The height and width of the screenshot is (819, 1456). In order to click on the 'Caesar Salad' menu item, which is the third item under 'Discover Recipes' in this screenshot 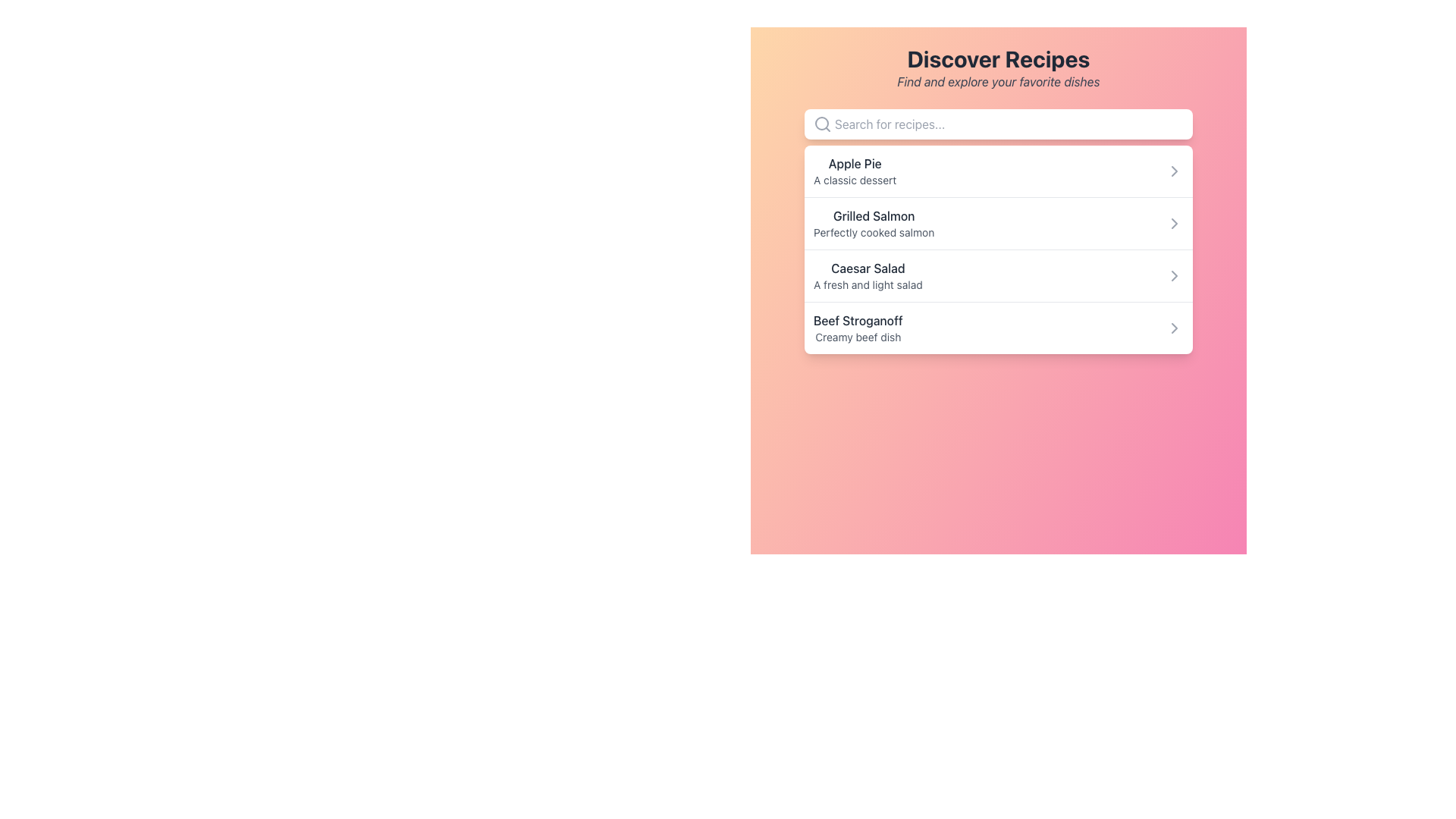, I will do `click(868, 275)`.